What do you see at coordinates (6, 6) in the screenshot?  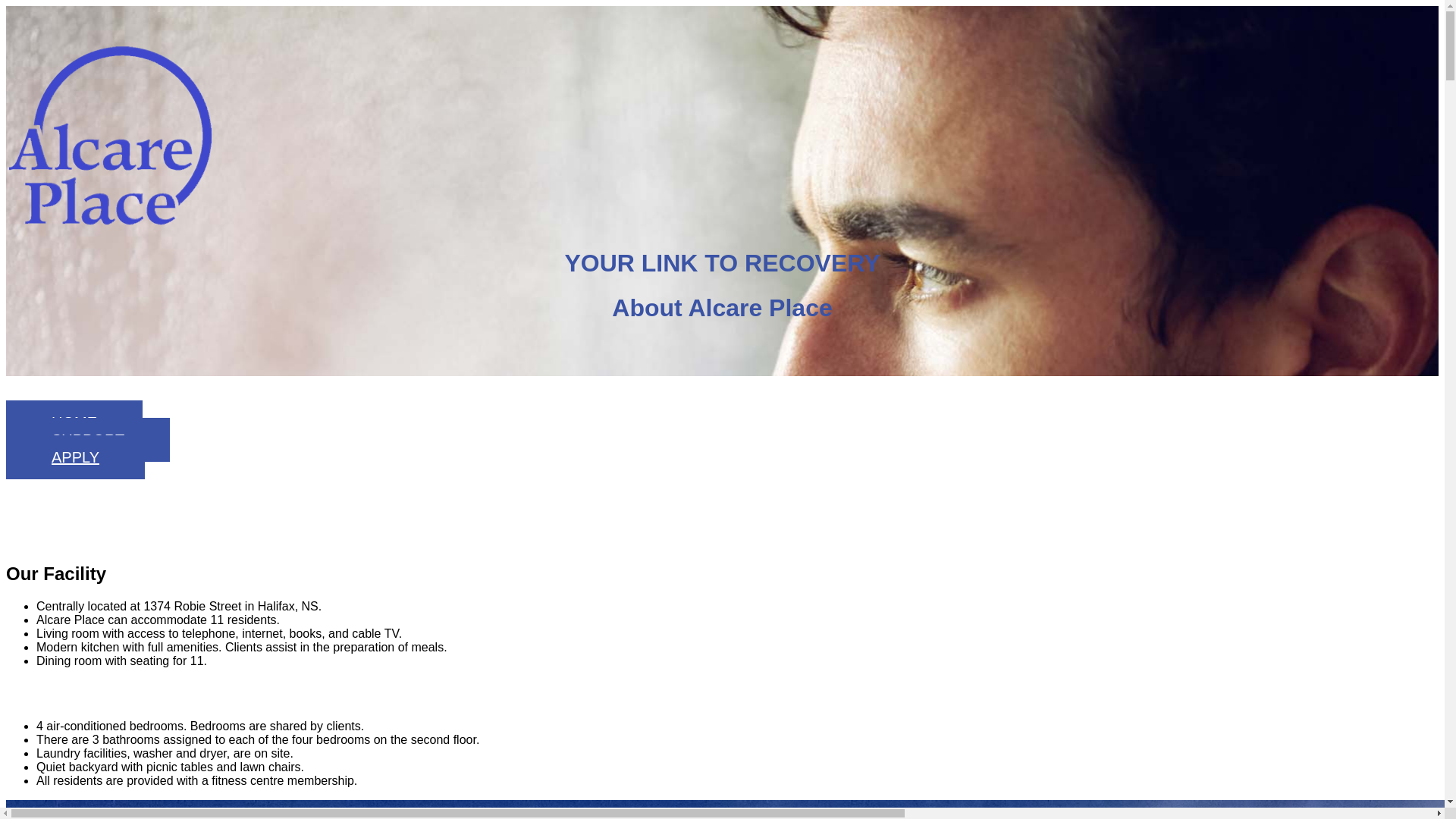 I see `'Skip to main content'` at bounding box center [6, 6].